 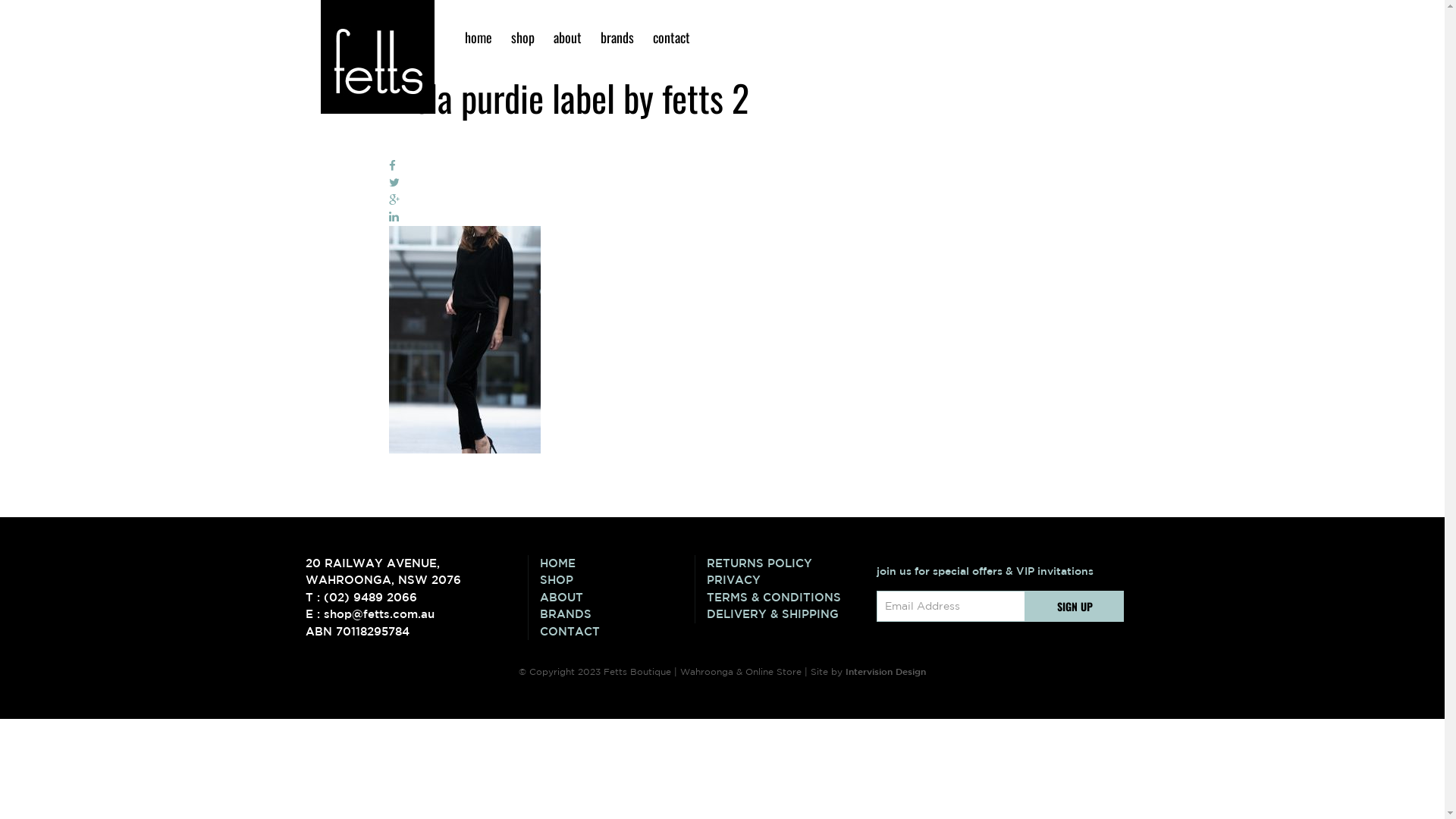 I want to click on 'Sign Up', so click(x=1074, y=605).